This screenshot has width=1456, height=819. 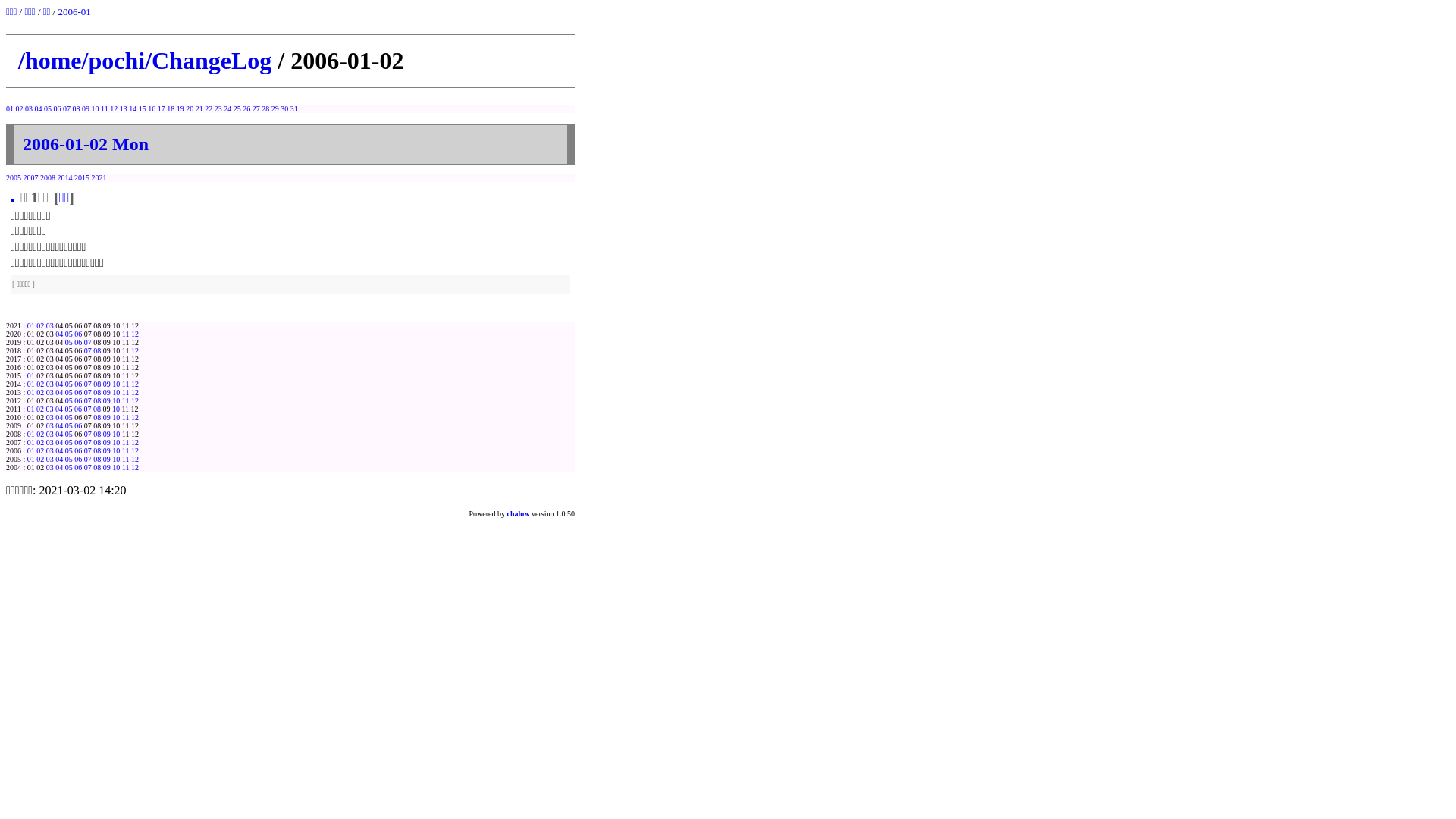 What do you see at coordinates (252, 108) in the screenshot?
I see `'27'` at bounding box center [252, 108].